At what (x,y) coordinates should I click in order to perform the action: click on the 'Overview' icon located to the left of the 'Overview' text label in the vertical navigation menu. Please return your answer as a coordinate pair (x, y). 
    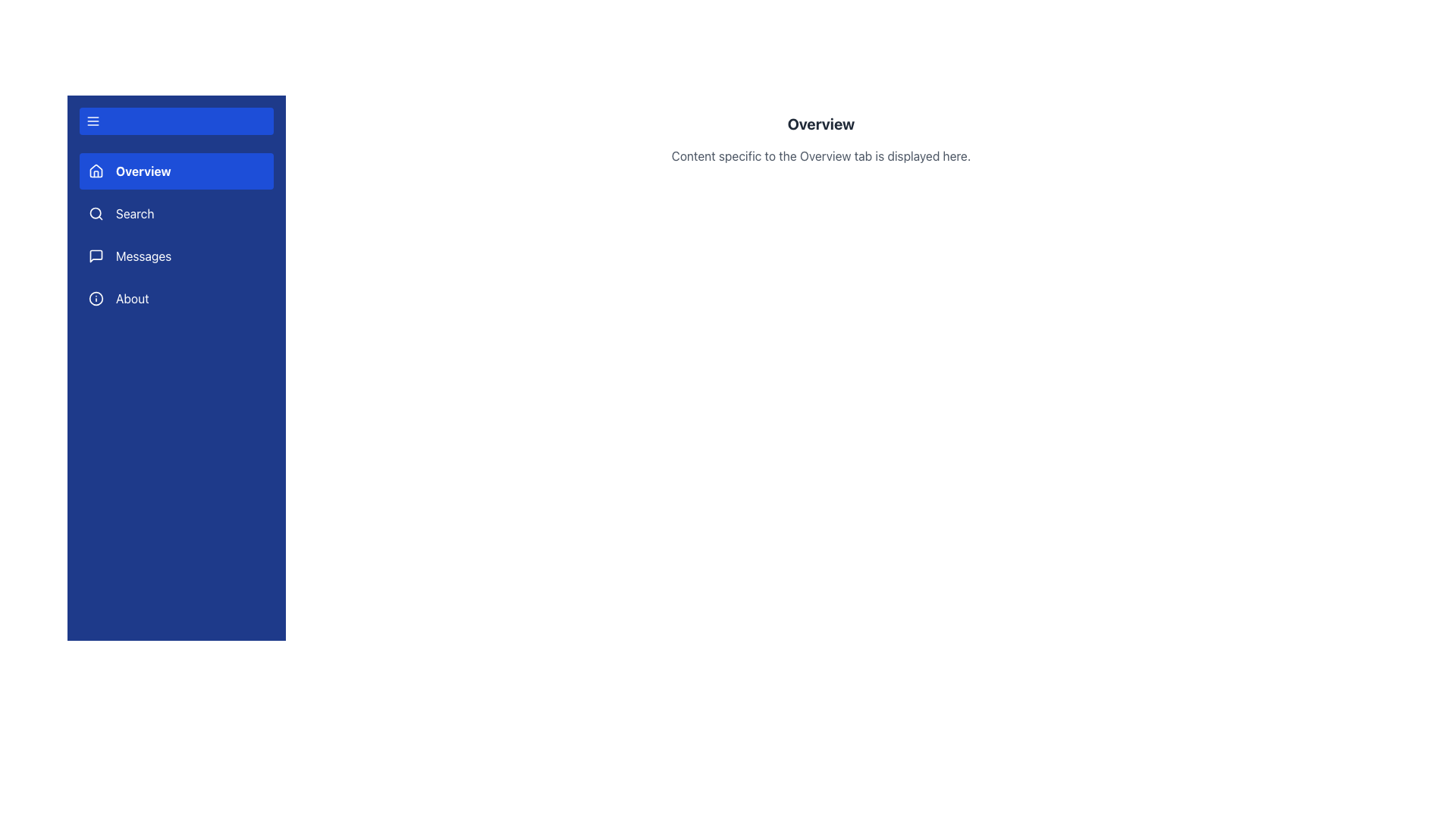
    Looking at the image, I should click on (95, 171).